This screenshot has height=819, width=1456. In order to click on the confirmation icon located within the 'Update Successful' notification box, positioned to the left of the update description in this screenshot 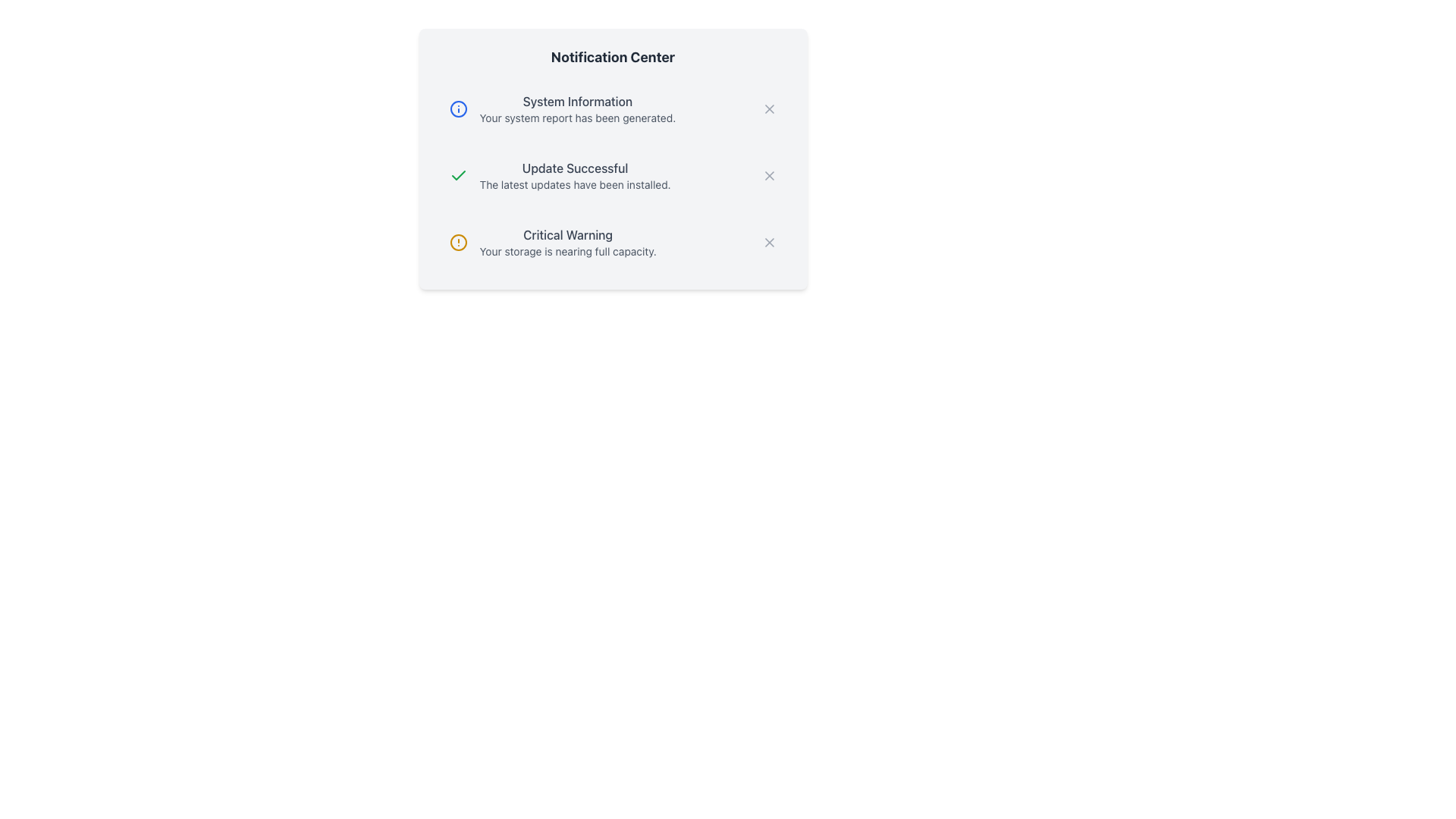, I will do `click(457, 174)`.